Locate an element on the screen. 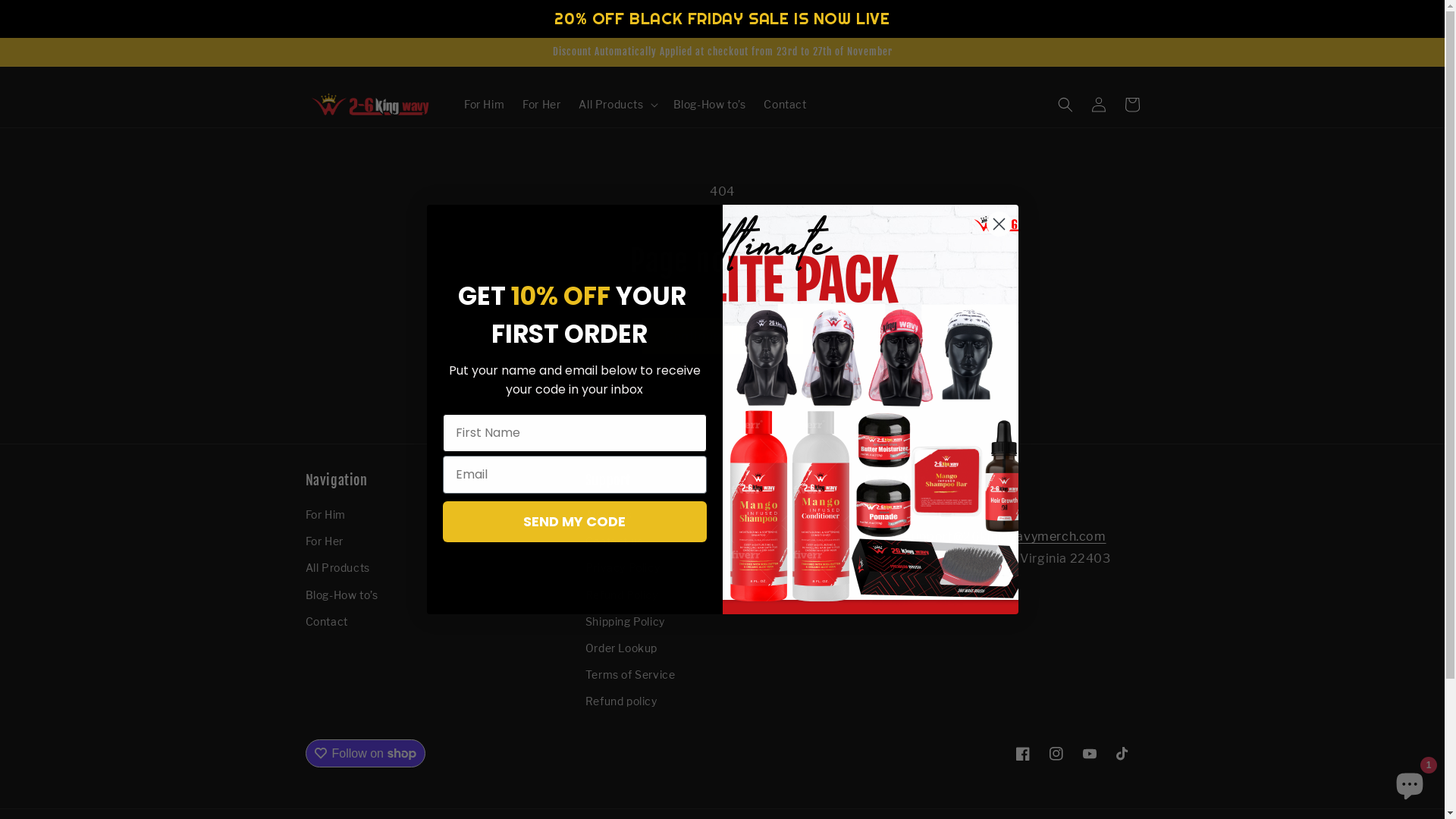  'Contact' is located at coordinates (325, 621).